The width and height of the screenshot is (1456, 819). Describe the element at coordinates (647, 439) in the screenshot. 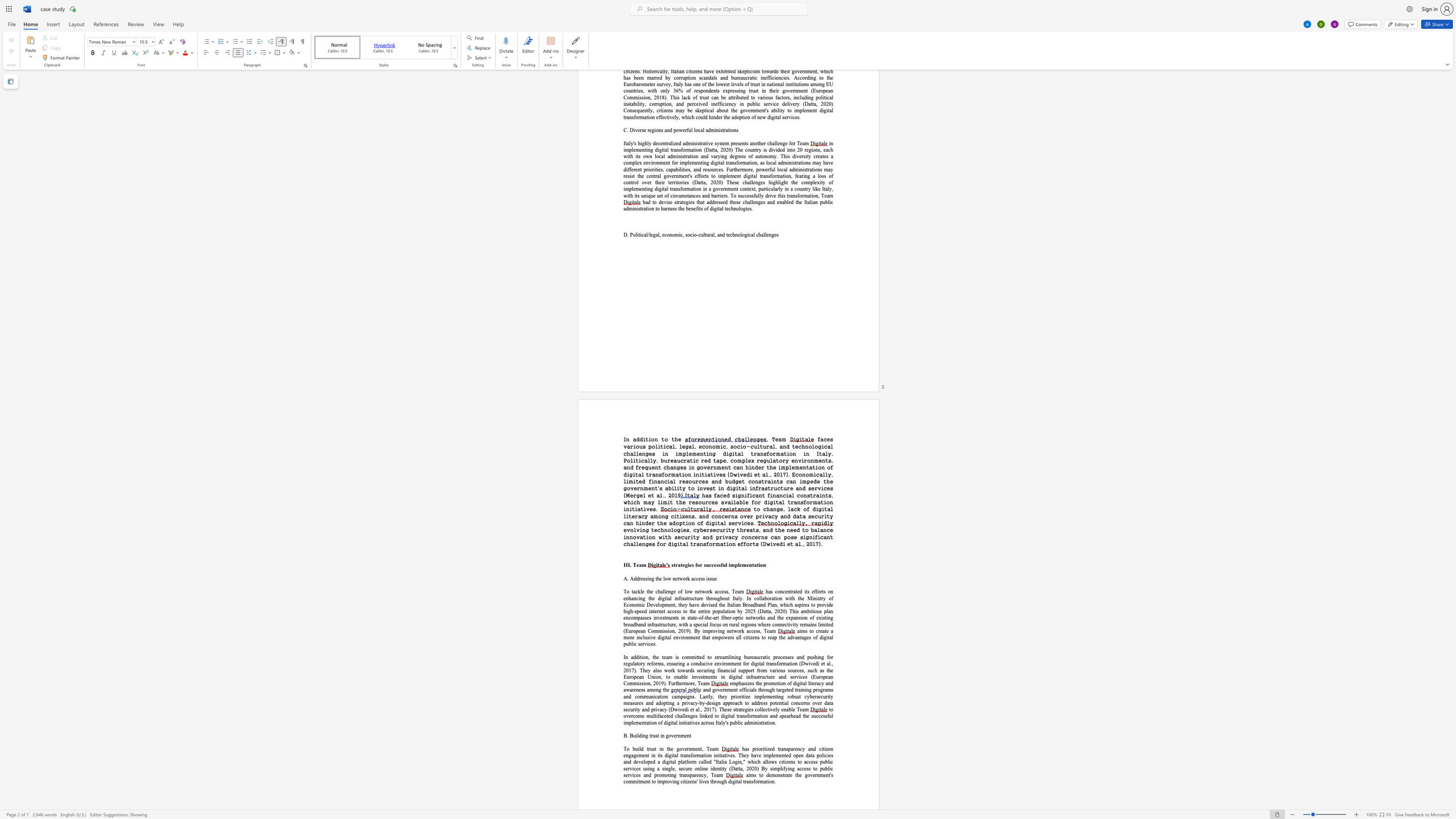

I see `the 1th character "t" in the text` at that location.